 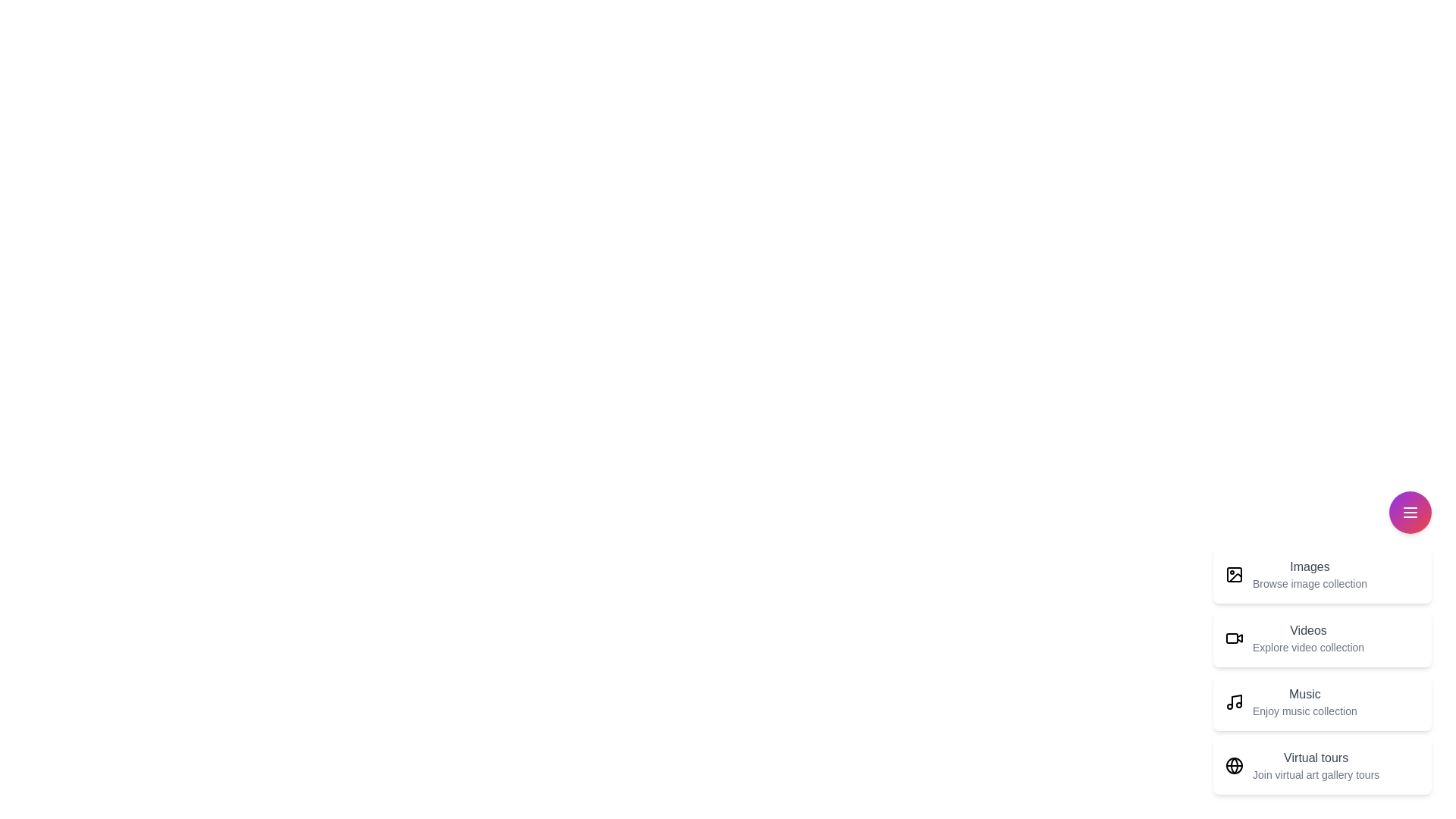 What do you see at coordinates (1410, 512) in the screenshot?
I see `speed dial button to toggle the menu` at bounding box center [1410, 512].